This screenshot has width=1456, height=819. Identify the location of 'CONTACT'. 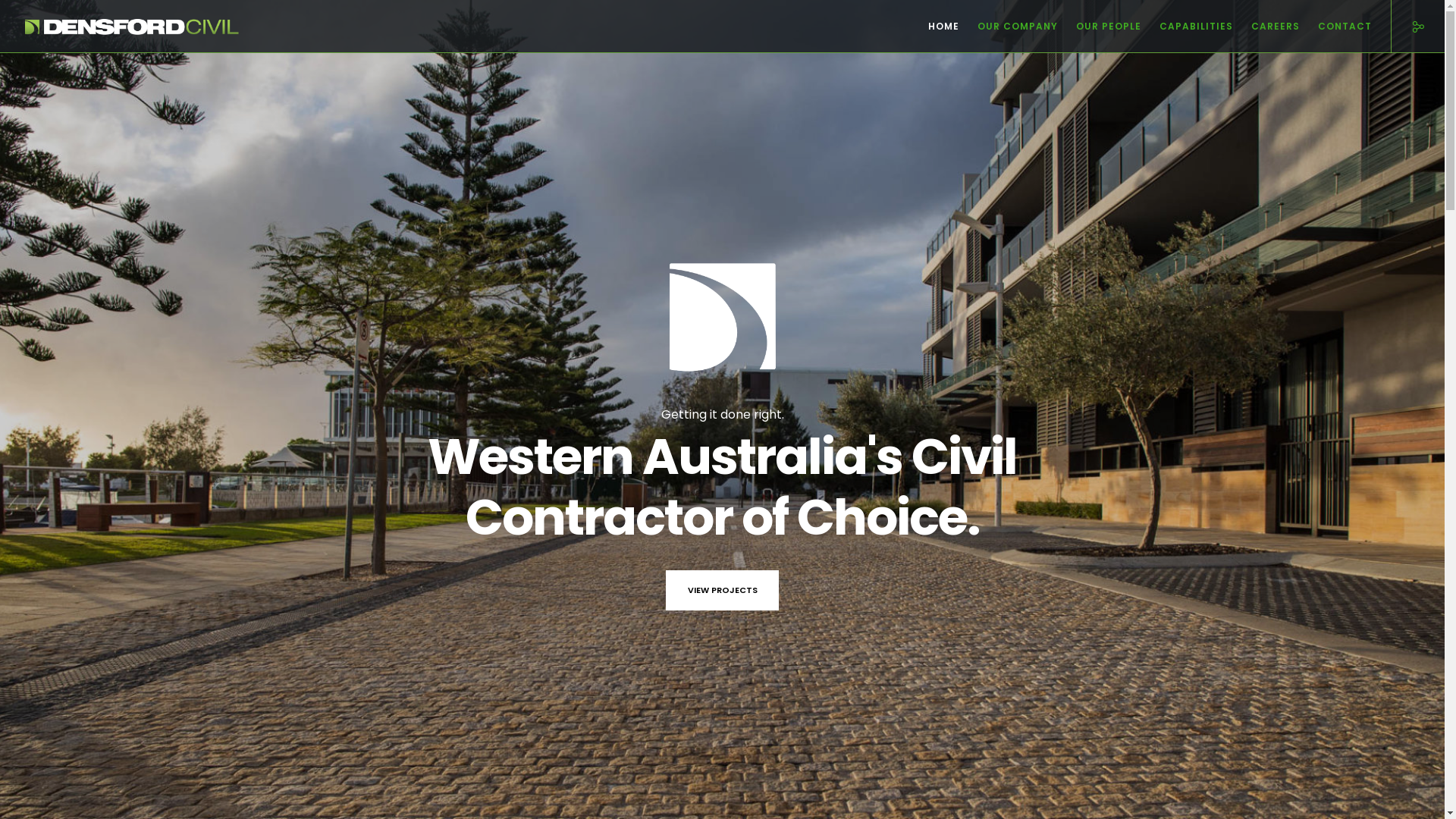
(1298, 26).